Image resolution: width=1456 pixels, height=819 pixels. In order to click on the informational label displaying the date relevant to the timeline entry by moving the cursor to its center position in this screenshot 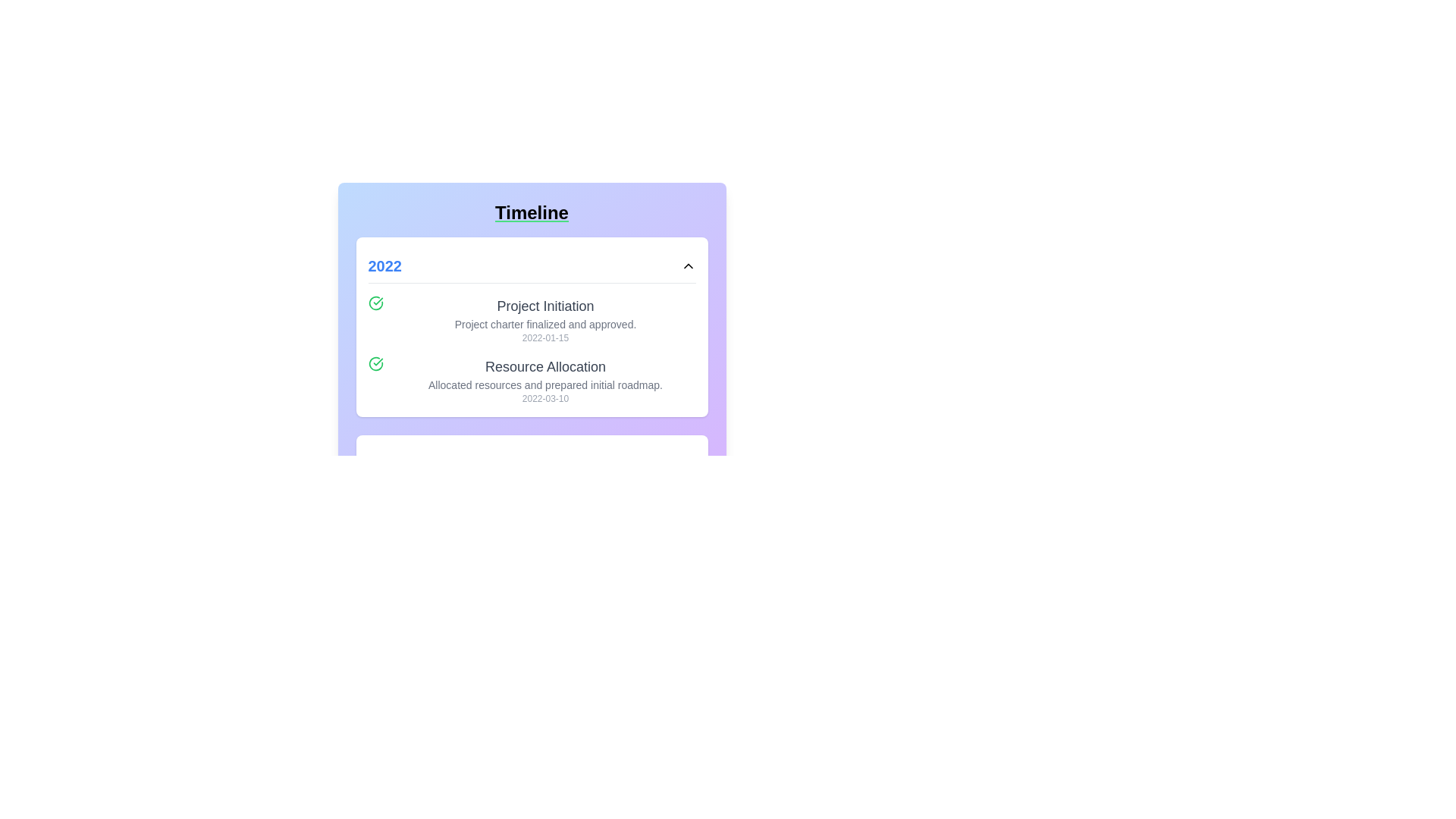, I will do `click(545, 337)`.